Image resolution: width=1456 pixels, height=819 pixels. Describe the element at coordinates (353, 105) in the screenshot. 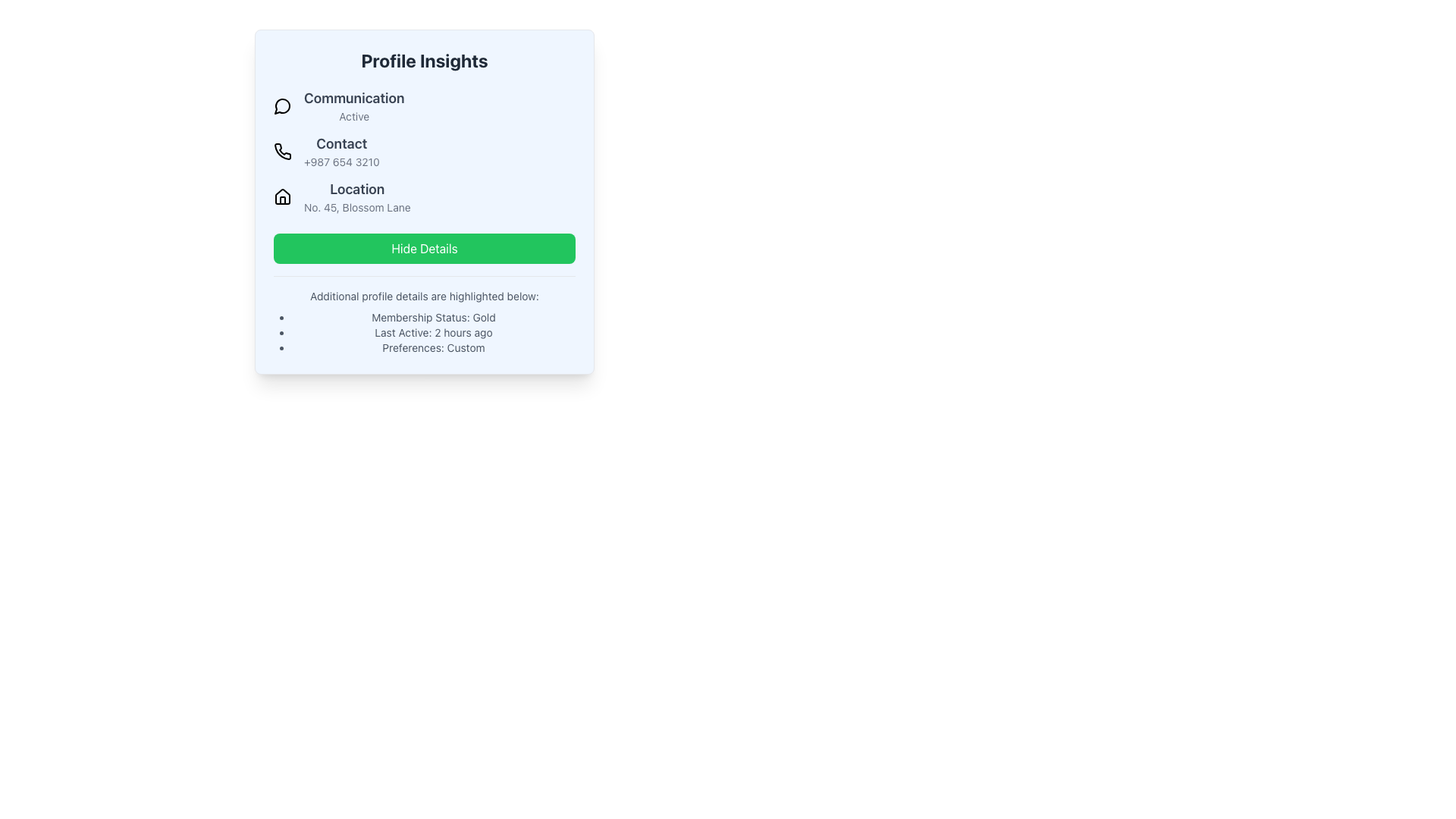

I see `text contents of the status display labeled 'Communication' with the status 'Active', which is the first entry in a vertical list located to the right of a speech bubble icon` at that location.